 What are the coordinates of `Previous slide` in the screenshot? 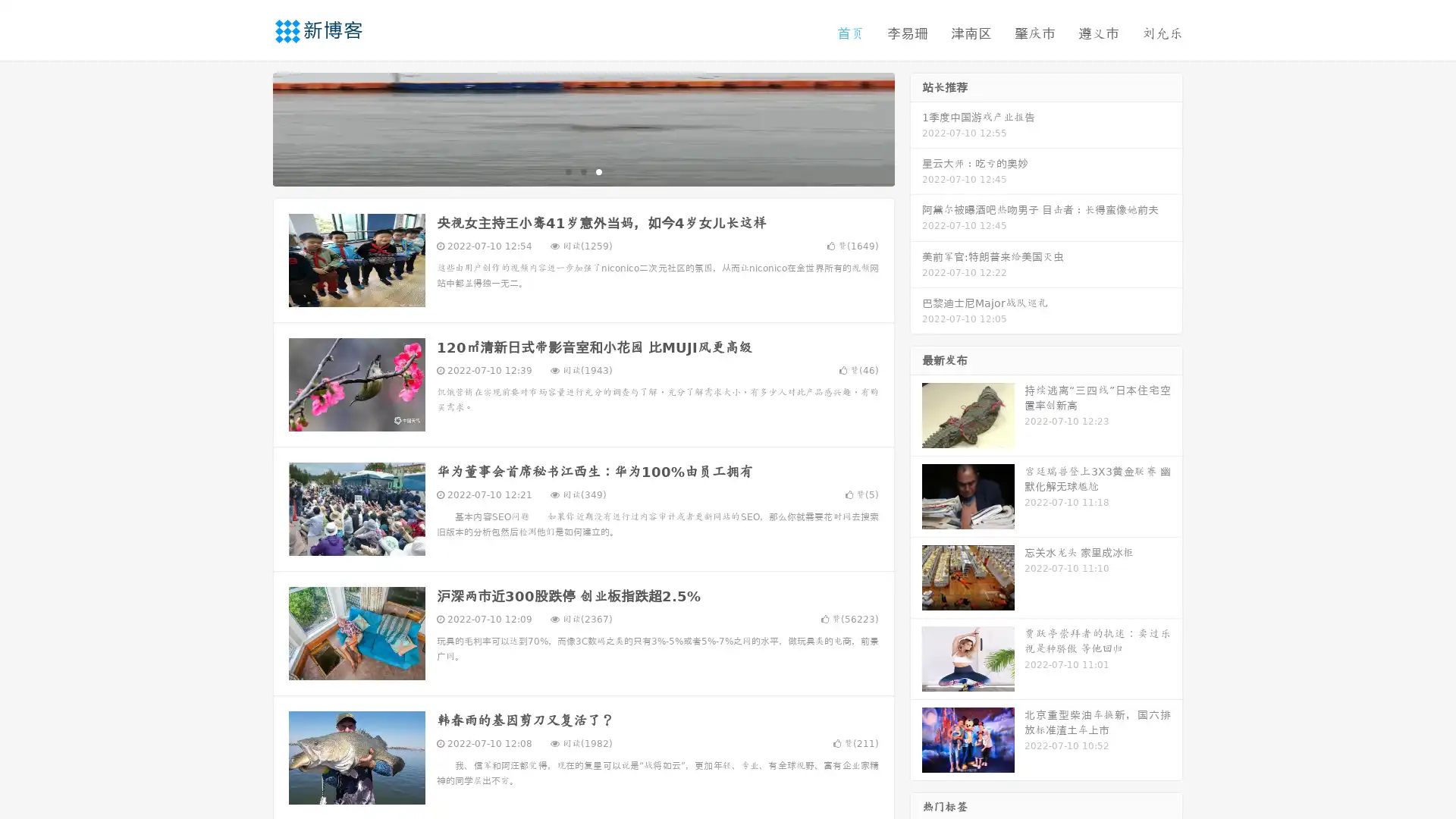 It's located at (250, 127).